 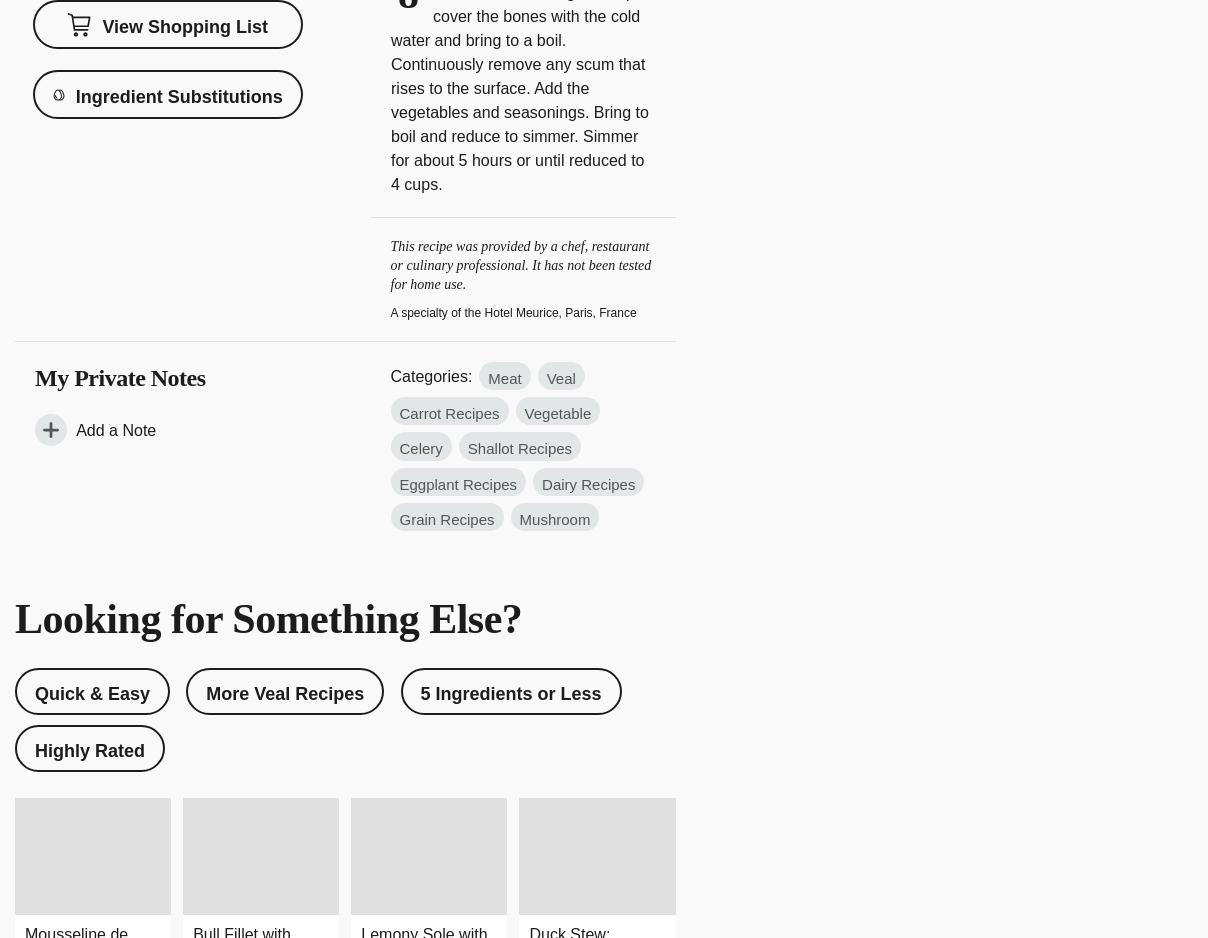 What do you see at coordinates (284, 692) in the screenshot?
I see `'More Veal Recipes'` at bounding box center [284, 692].